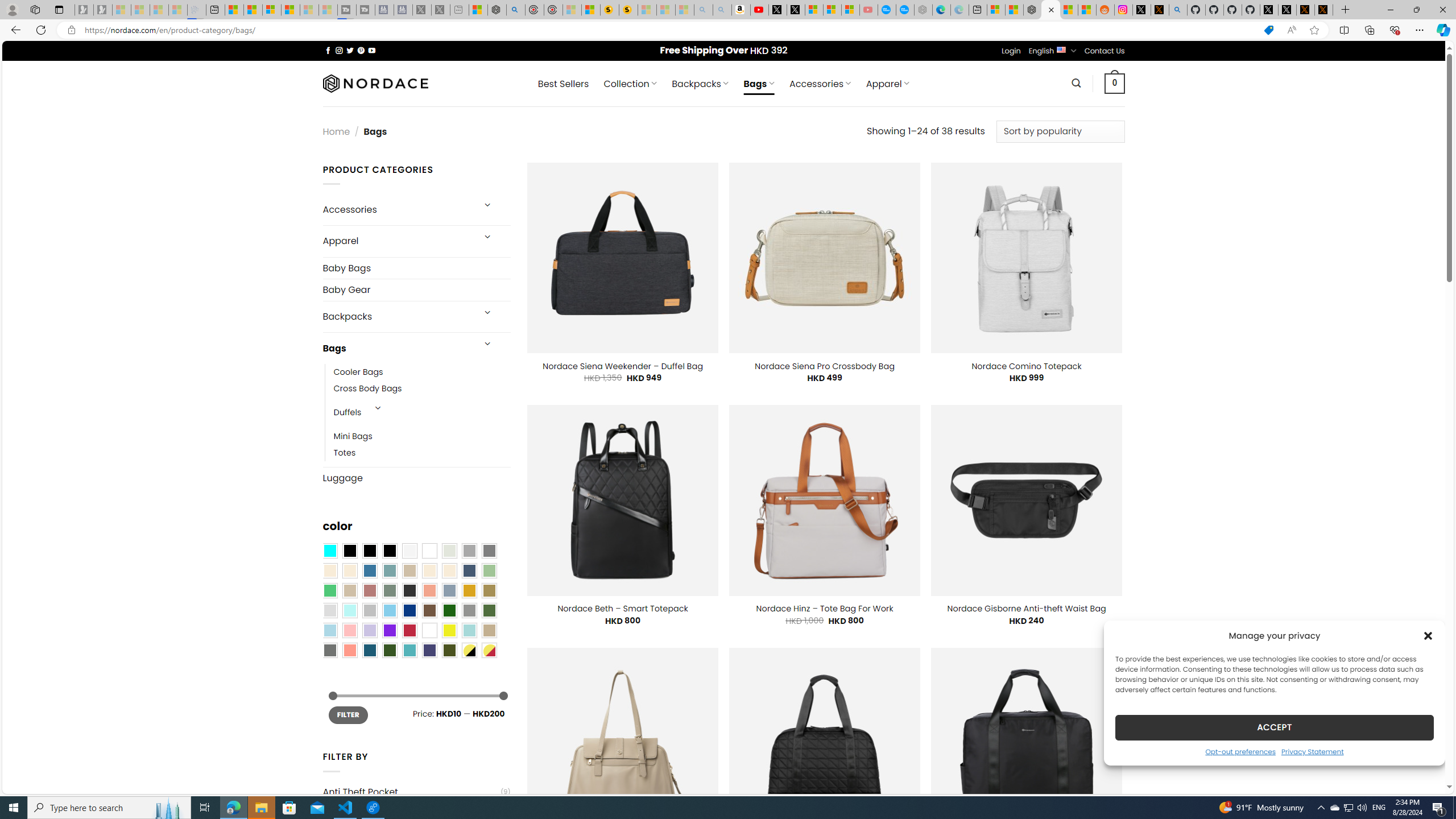 This screenshot has width=1456, height=819. Describe the element at coordinates (375, 82) in the screenshot. I see `'Nordace'` at that location.